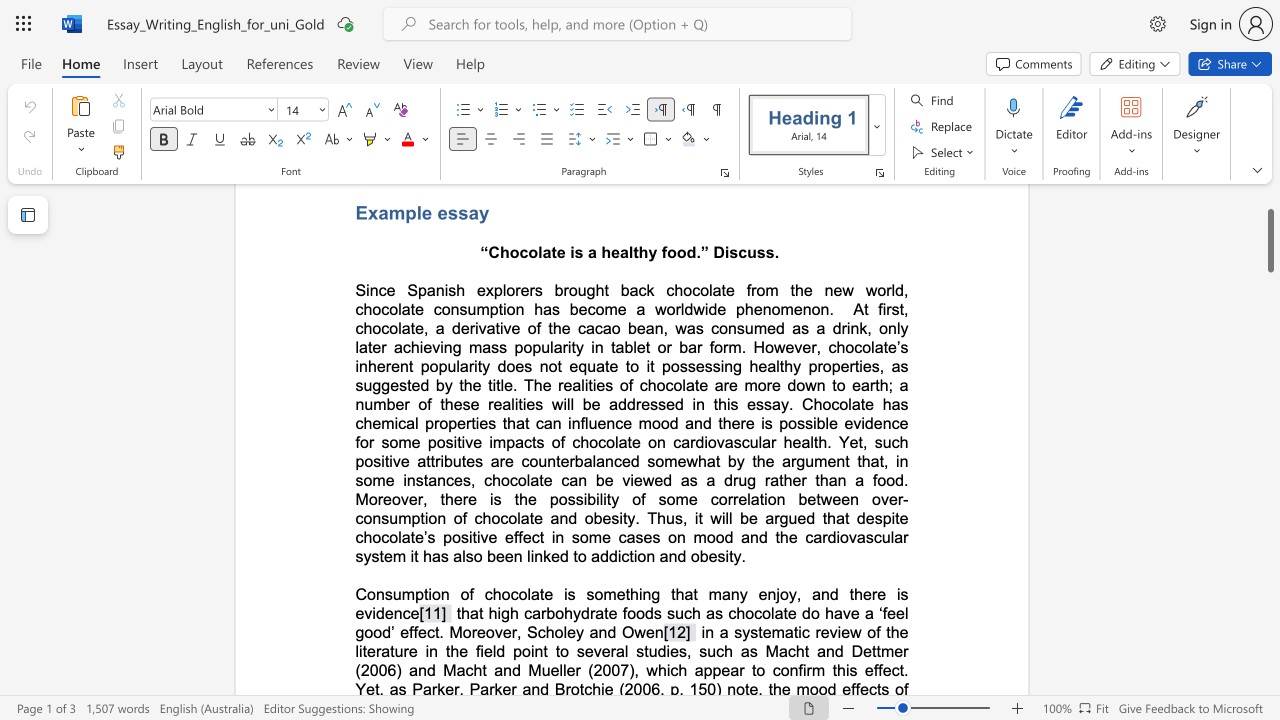 The height and width of the screenshot is (720, 1280). Describe the element at coordinates (1269, 239) in the screenshot. I see `the scrollbar and move up 80 pixels` at that location.